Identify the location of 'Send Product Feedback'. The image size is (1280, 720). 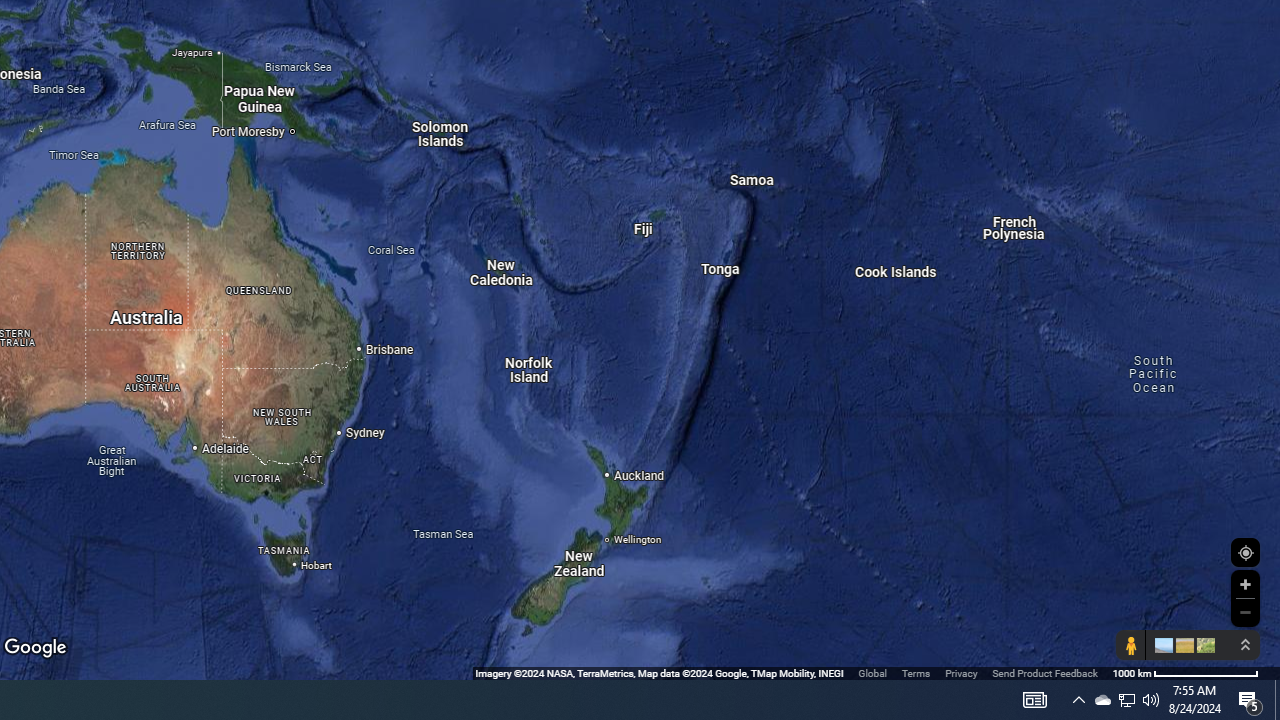
(1044, 673).